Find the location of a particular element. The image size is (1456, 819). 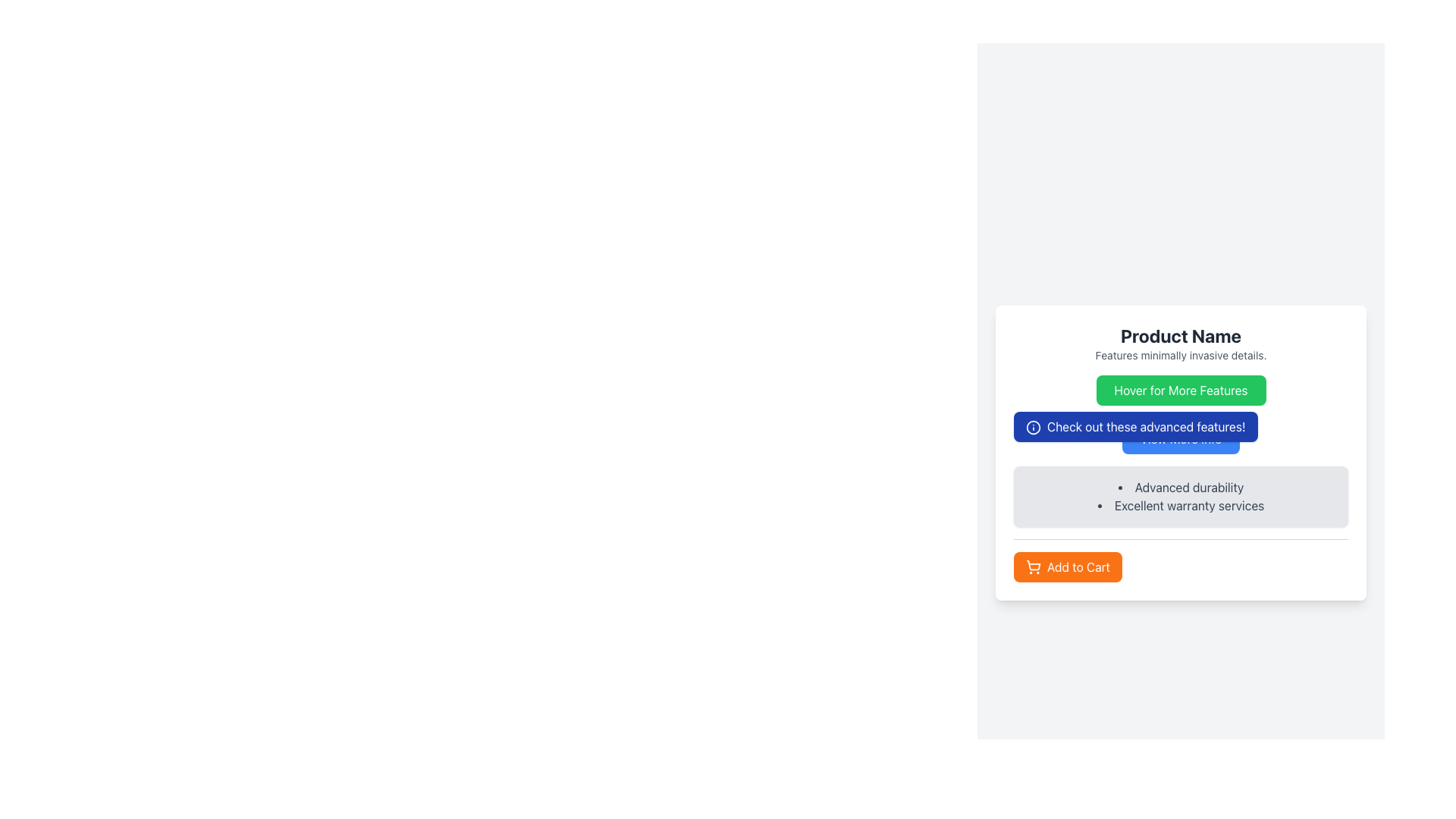

the interactive button located in the middle section of the card layout, above the blue button that reveals additional product features or details is located at coordinates (1180, 389).